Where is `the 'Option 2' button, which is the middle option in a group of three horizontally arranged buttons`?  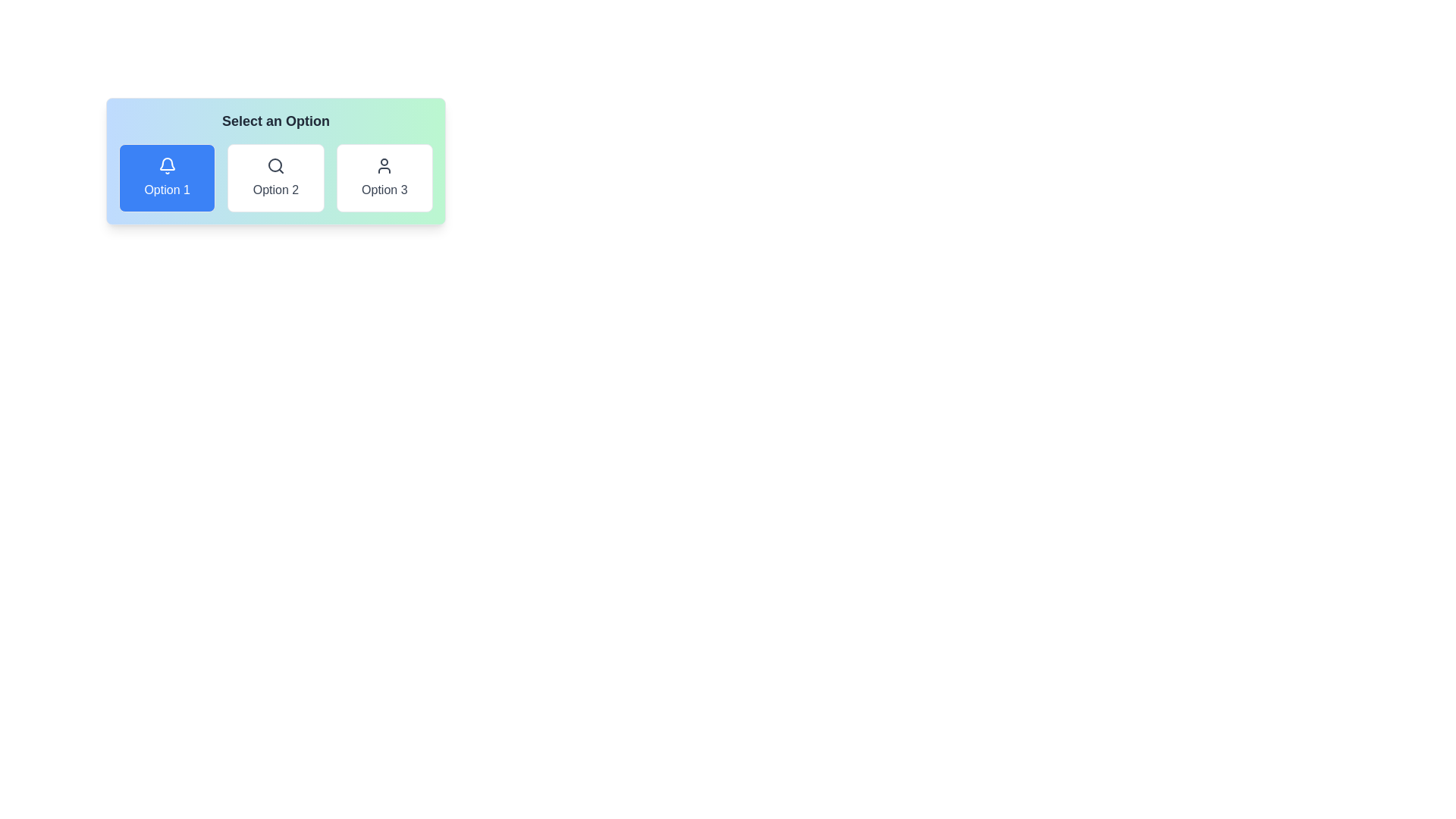 the 'Option 2' button, which is the middle option in a group of three horizontally arranged buttons is located at coordinates (276, 177).